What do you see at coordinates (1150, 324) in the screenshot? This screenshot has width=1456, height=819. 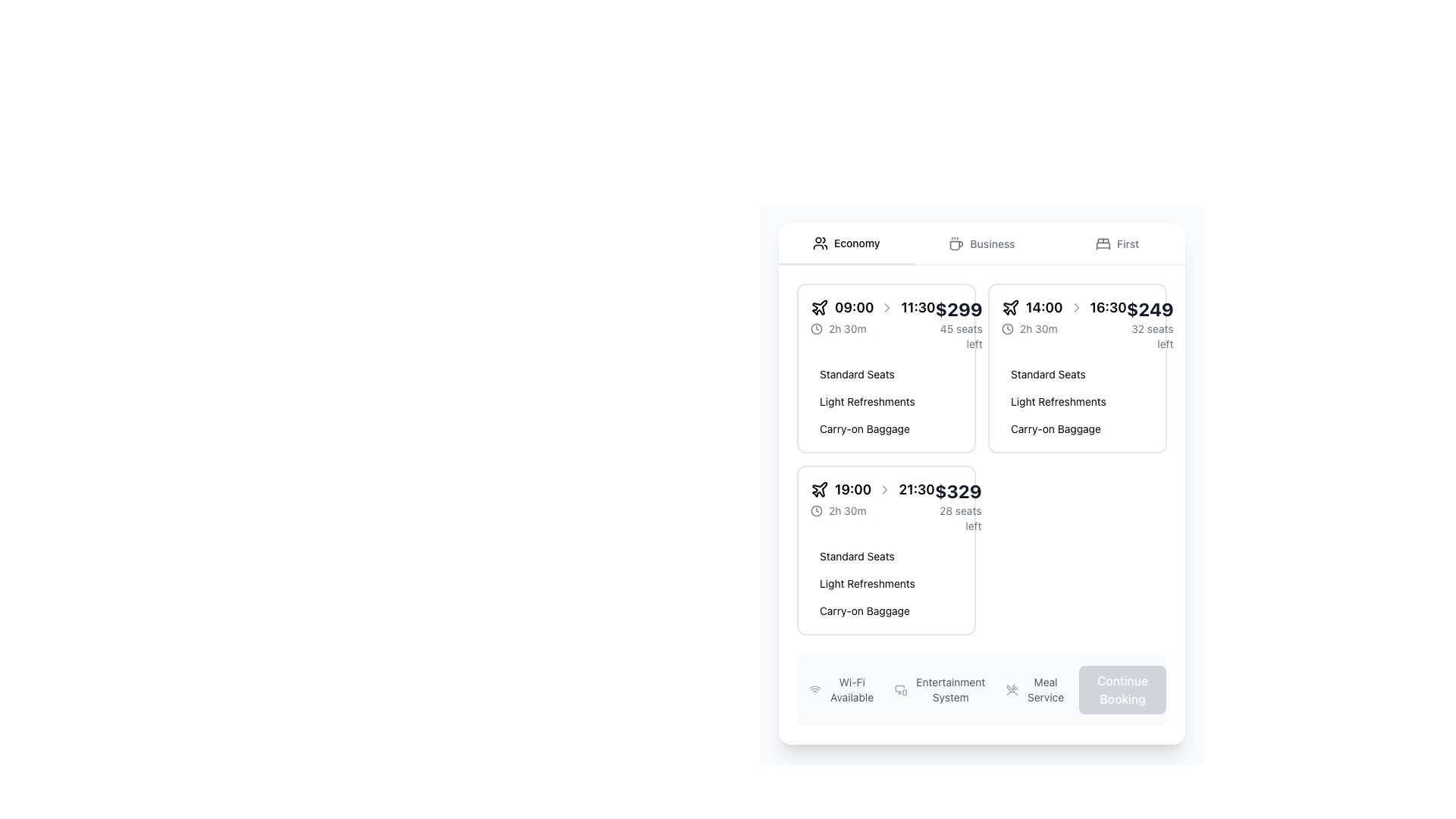 I see `information displayed in the text display component showing the price '$249' and the description '32 seats left', located in the bottom-right section of the flight selection card` at bounding box center [1150, 324].